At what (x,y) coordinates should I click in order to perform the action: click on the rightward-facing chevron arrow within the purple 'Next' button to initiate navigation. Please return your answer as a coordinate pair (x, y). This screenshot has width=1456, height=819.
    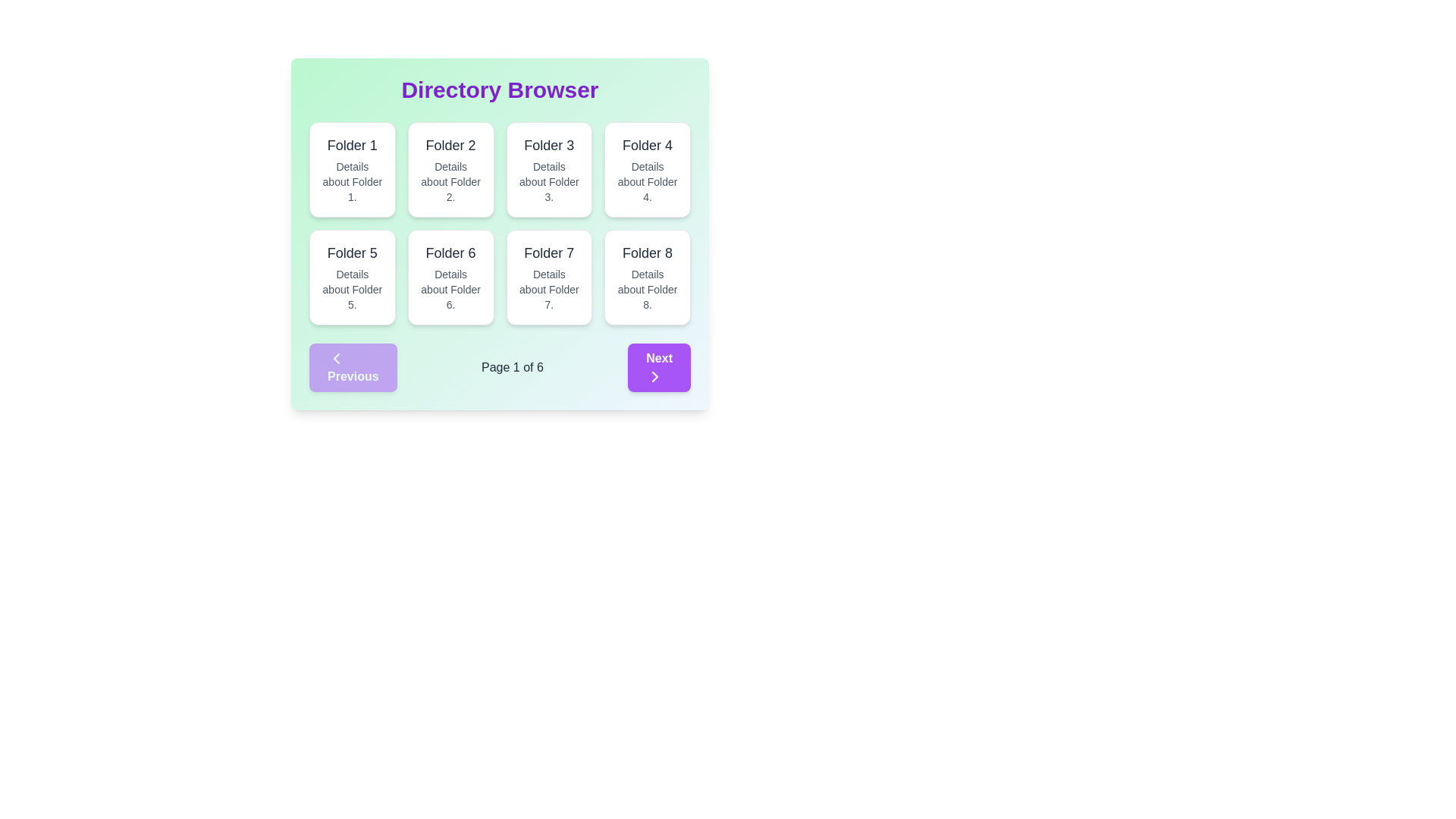
    Looking at the image, I should click on (655, 376).